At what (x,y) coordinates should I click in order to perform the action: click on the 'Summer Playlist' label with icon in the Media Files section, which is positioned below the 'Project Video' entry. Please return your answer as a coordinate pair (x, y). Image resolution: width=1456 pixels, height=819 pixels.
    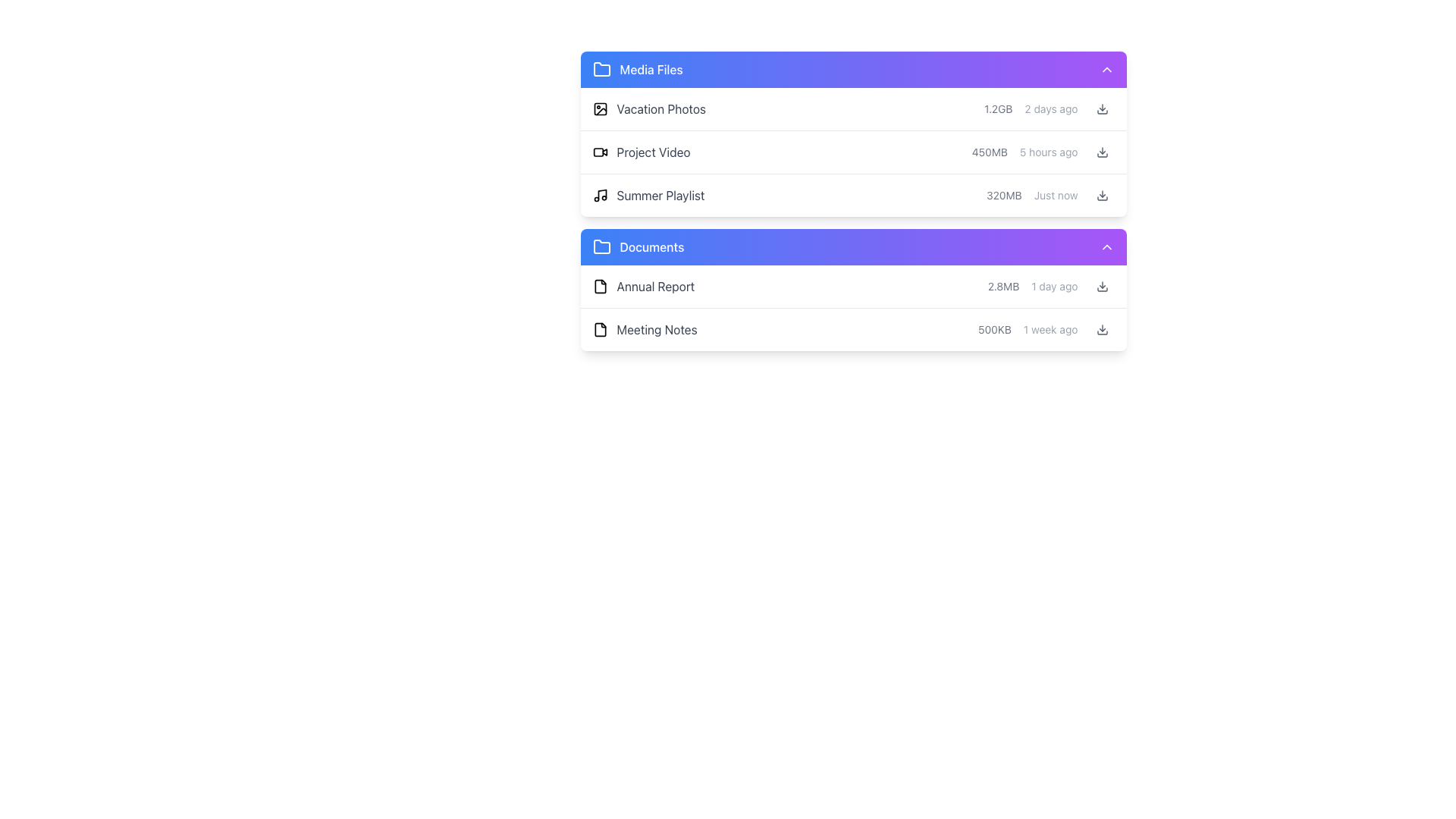
    Looking at the image, I should click on (648, 195).